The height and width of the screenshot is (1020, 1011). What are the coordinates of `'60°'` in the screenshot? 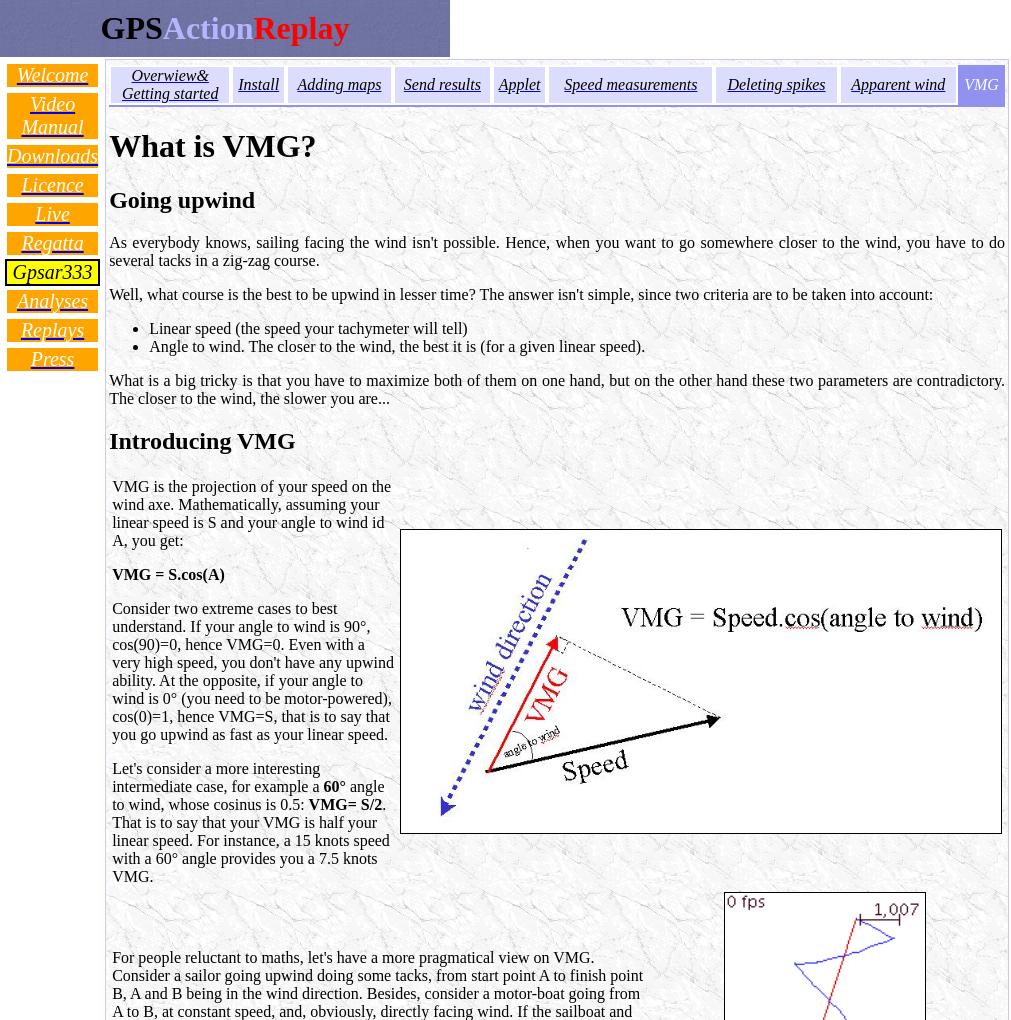 It's located at (334, 784).